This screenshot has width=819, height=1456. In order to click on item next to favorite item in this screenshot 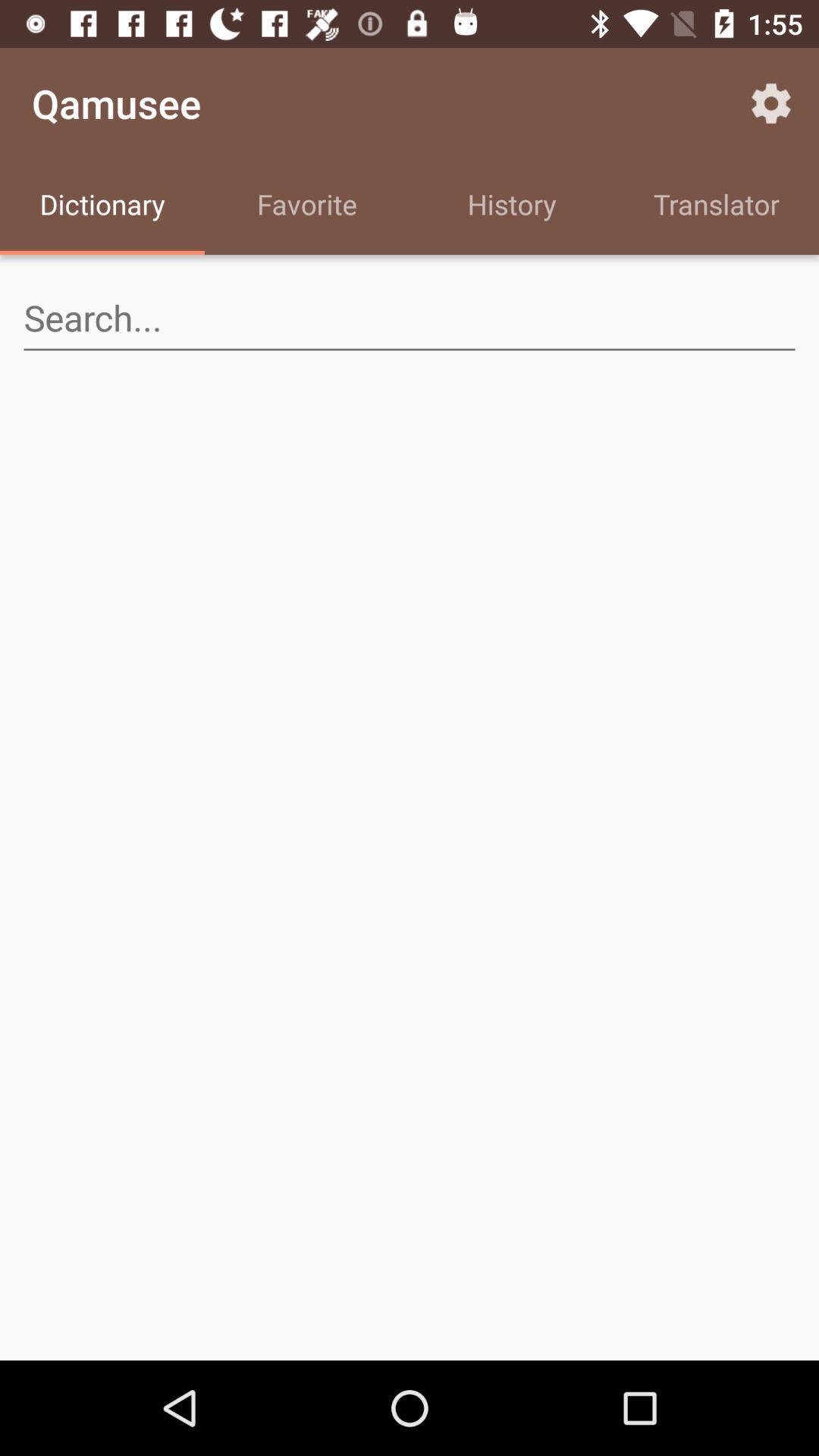, I will do `click(102, 206)`.